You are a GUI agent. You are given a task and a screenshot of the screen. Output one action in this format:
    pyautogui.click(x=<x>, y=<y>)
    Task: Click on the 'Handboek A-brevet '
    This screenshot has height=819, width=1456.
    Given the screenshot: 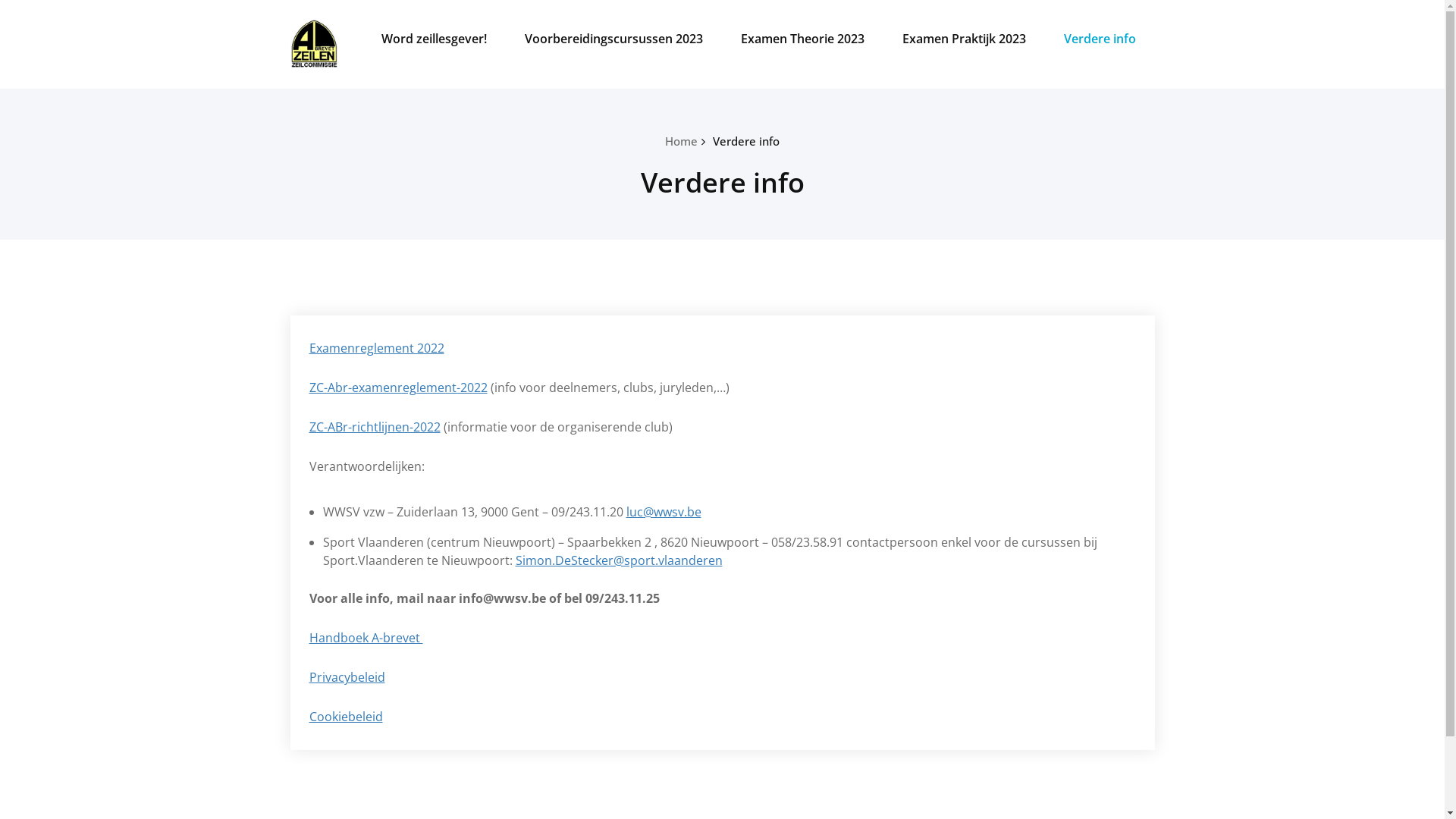 What is the action you would take?
    pyautogui.click(x=309, y=637)
    